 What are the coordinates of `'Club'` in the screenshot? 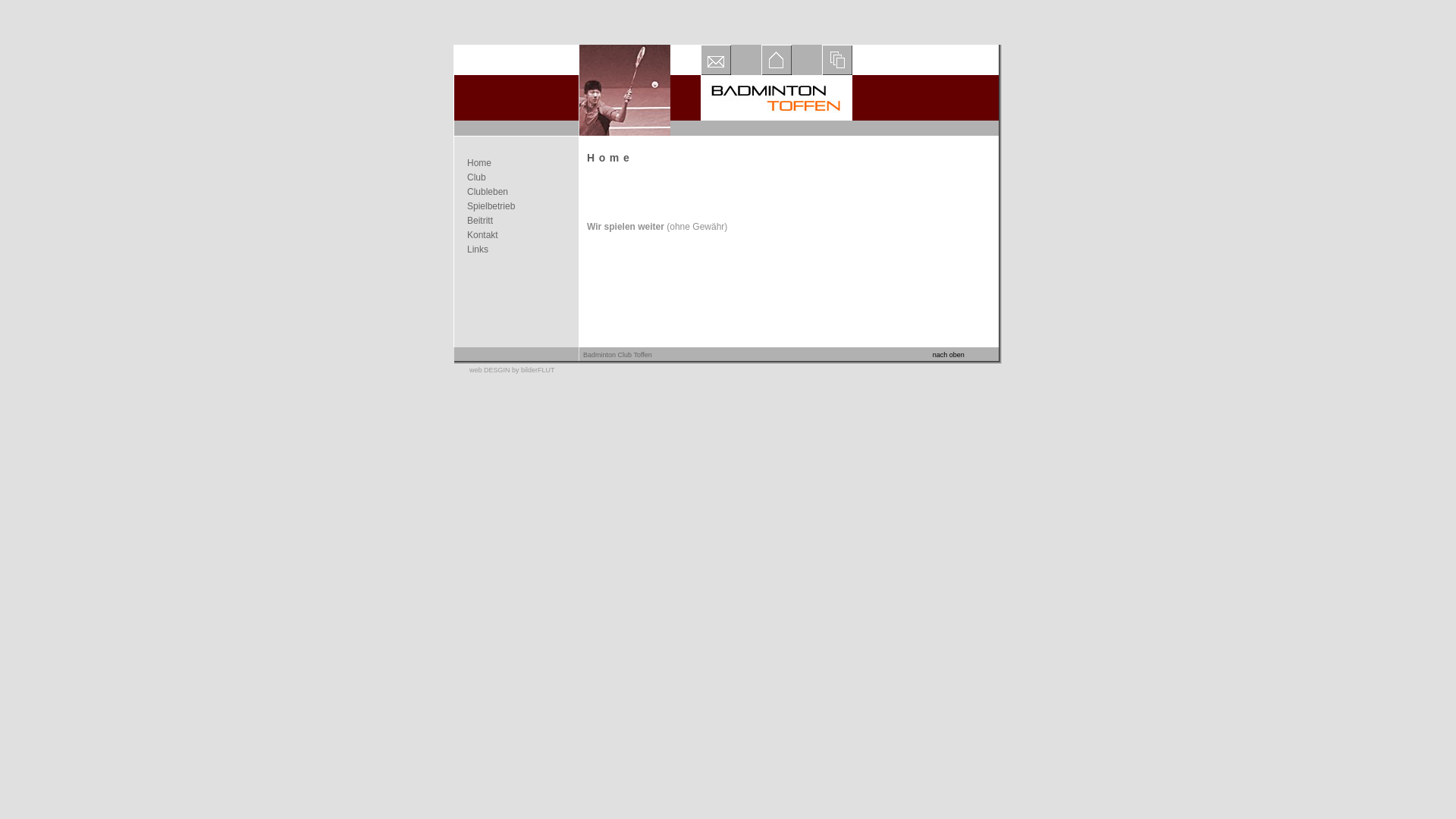 It's located at (516, 176).